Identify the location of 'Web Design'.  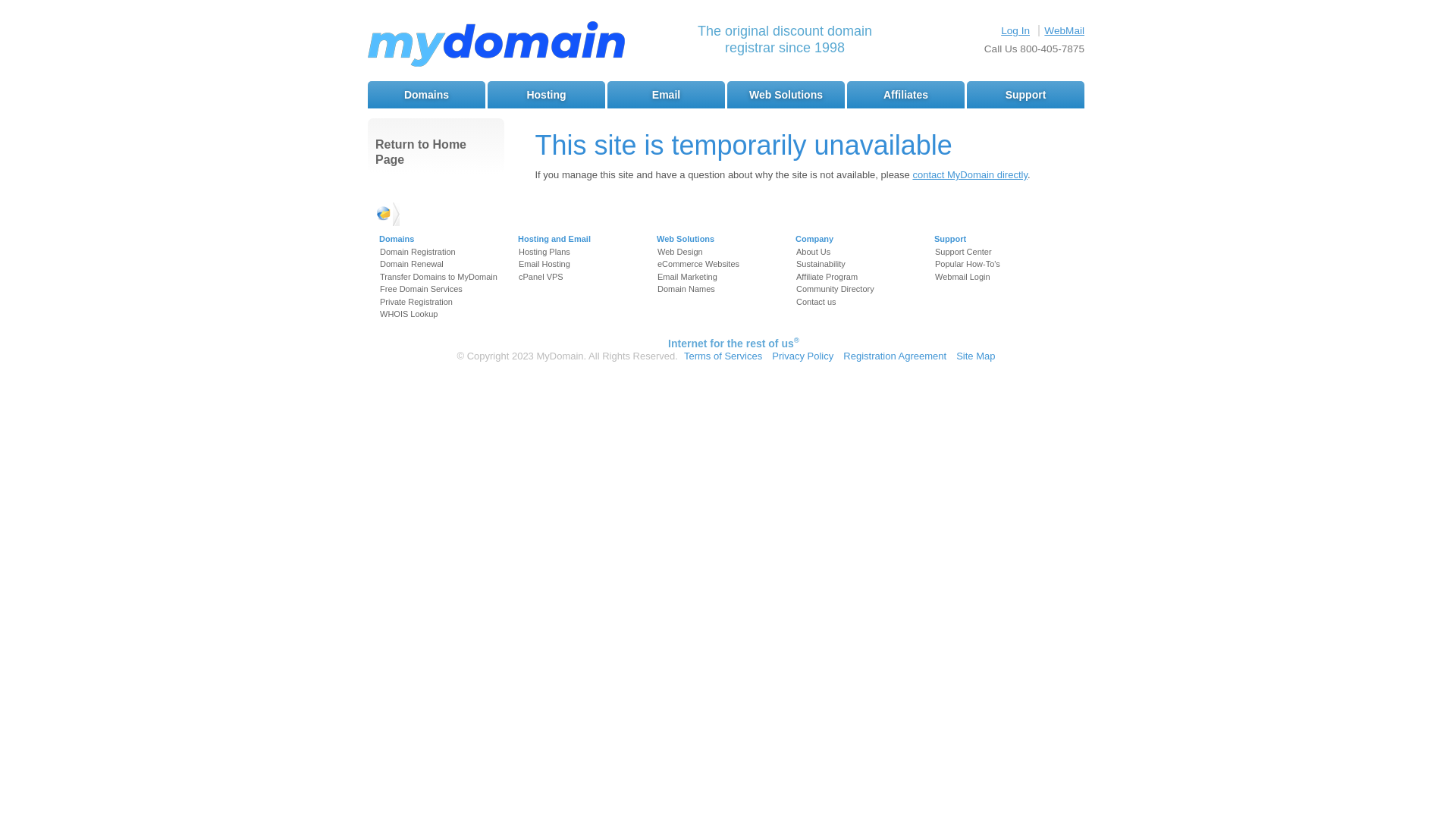
(657, 250).